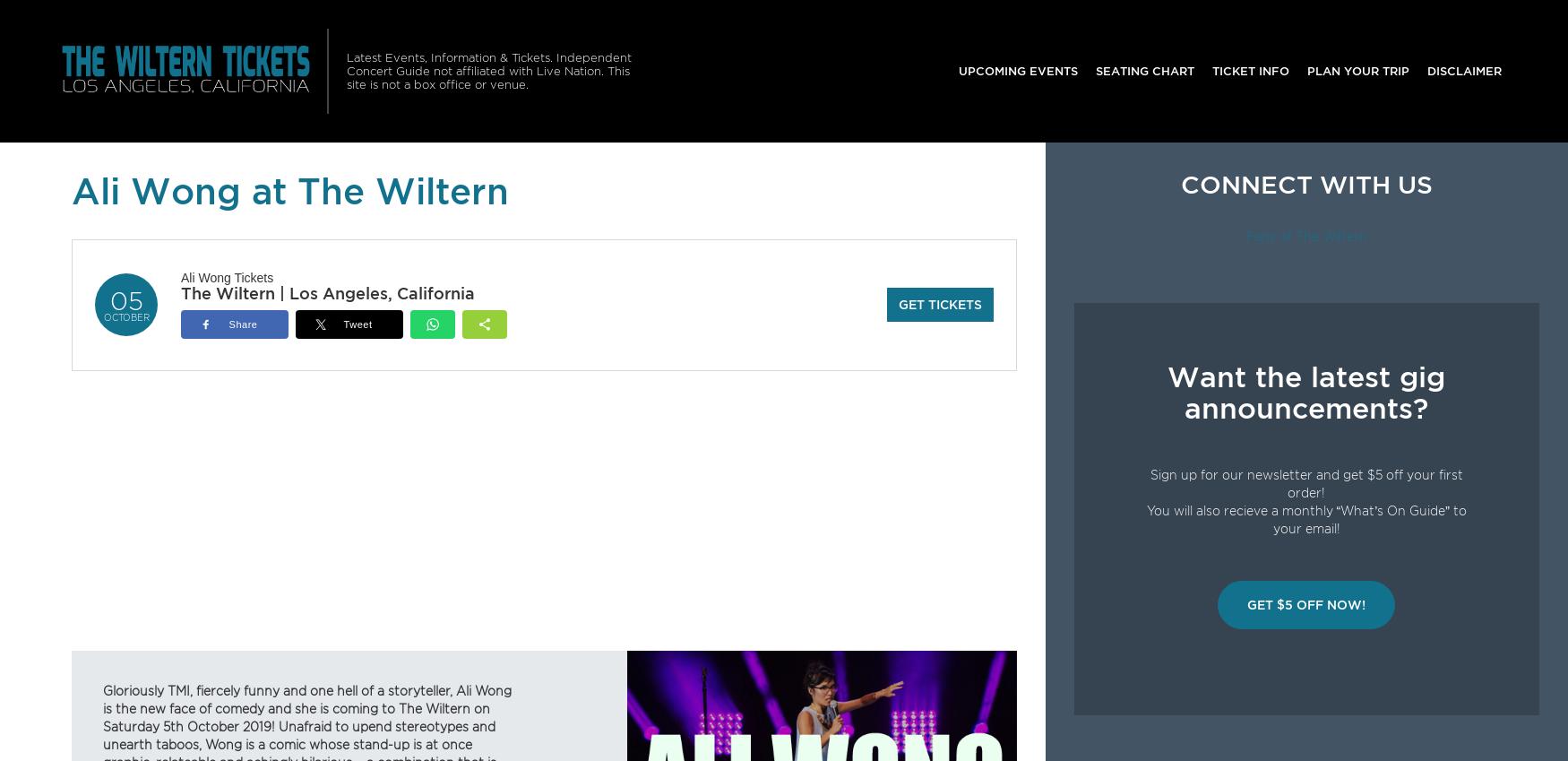 The height and width of the screenshot is (761, 1568). Describe the element at coordinates (938, 304) in the screenshot. I see `'Get Tickets'` at that location.